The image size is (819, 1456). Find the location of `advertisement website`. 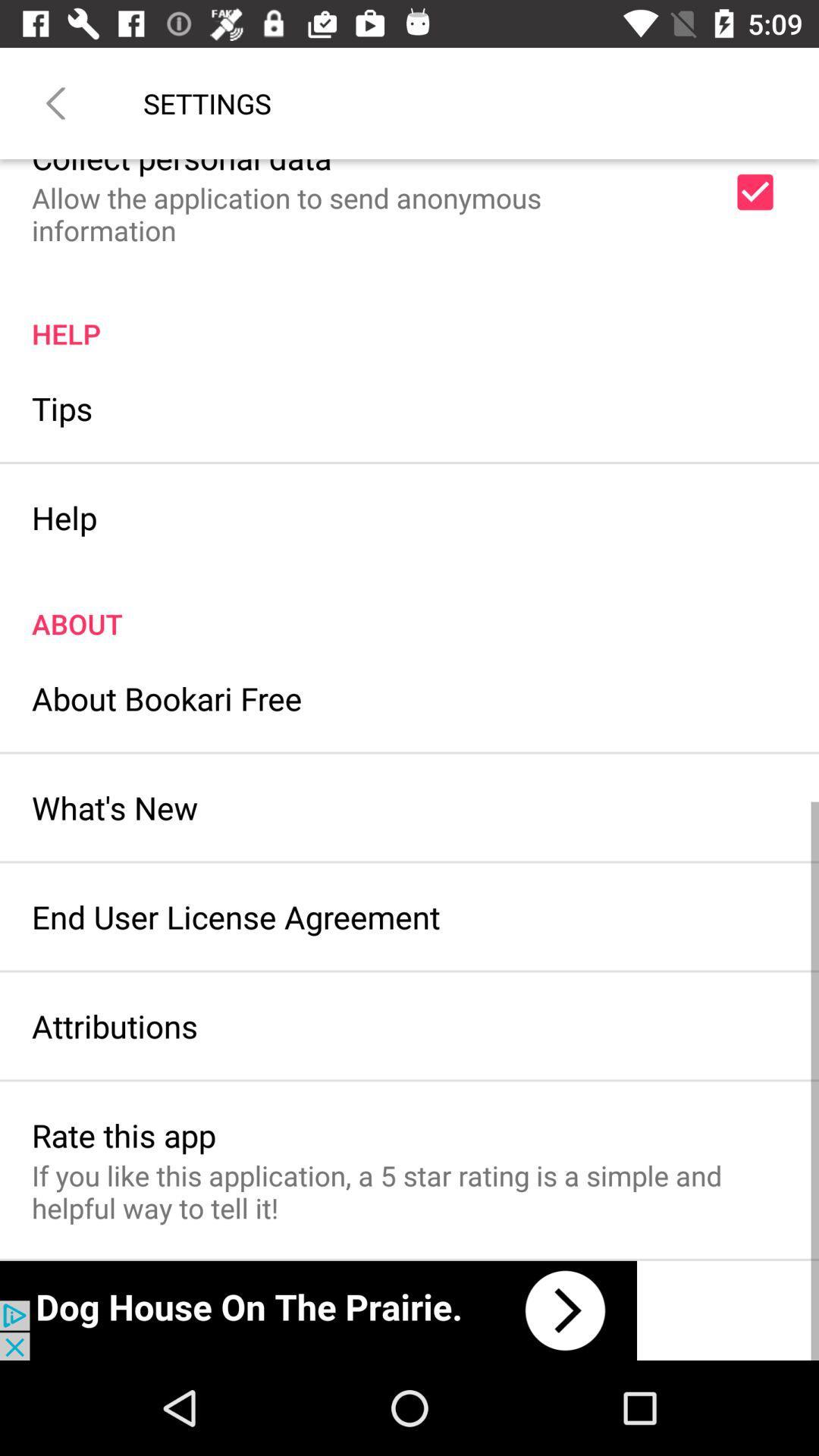

advertisement website is located at coordinates (318, 1310).